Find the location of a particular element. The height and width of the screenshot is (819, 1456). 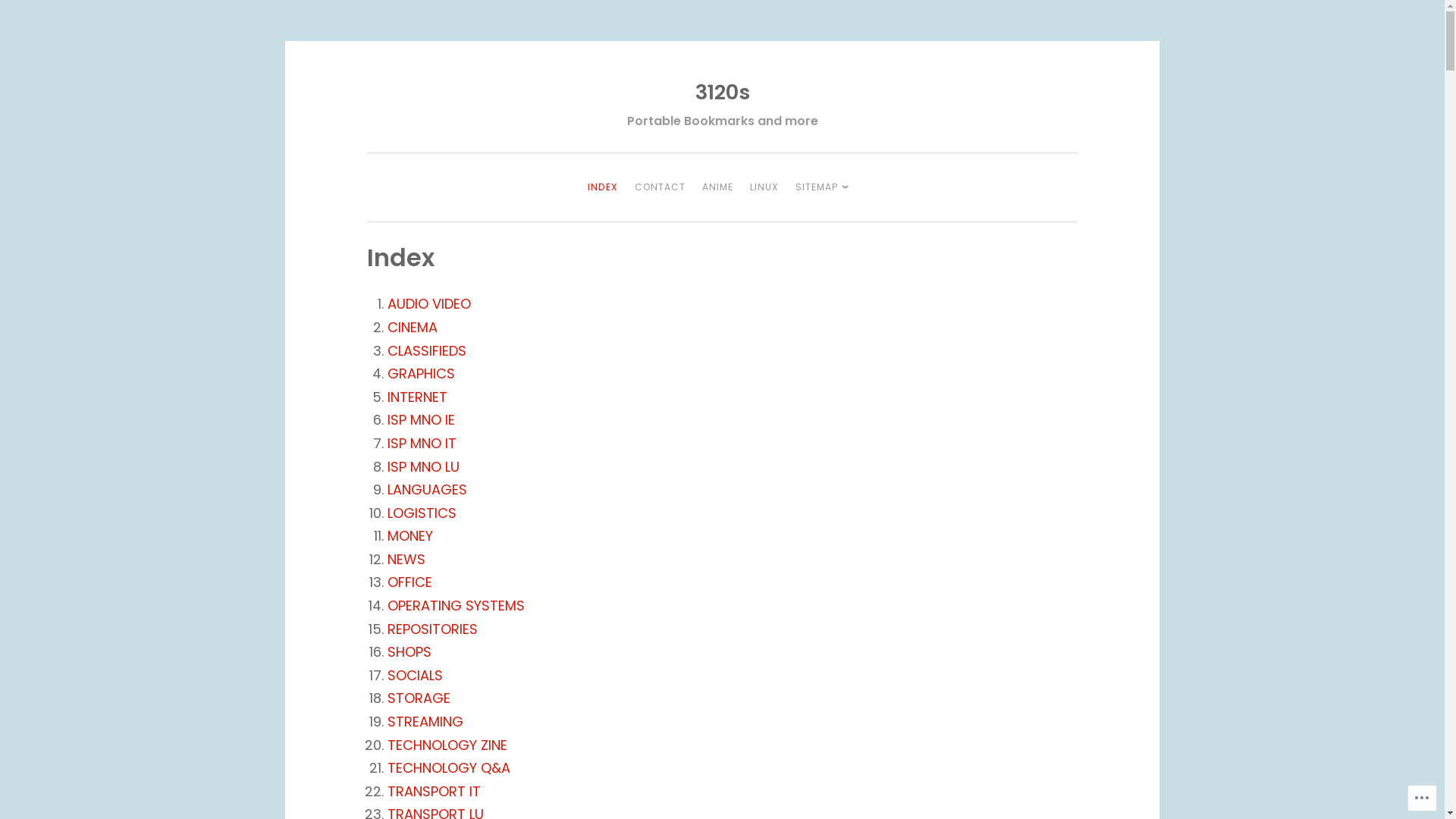

'GRAPHICS' is located at coordinates (421, 373).